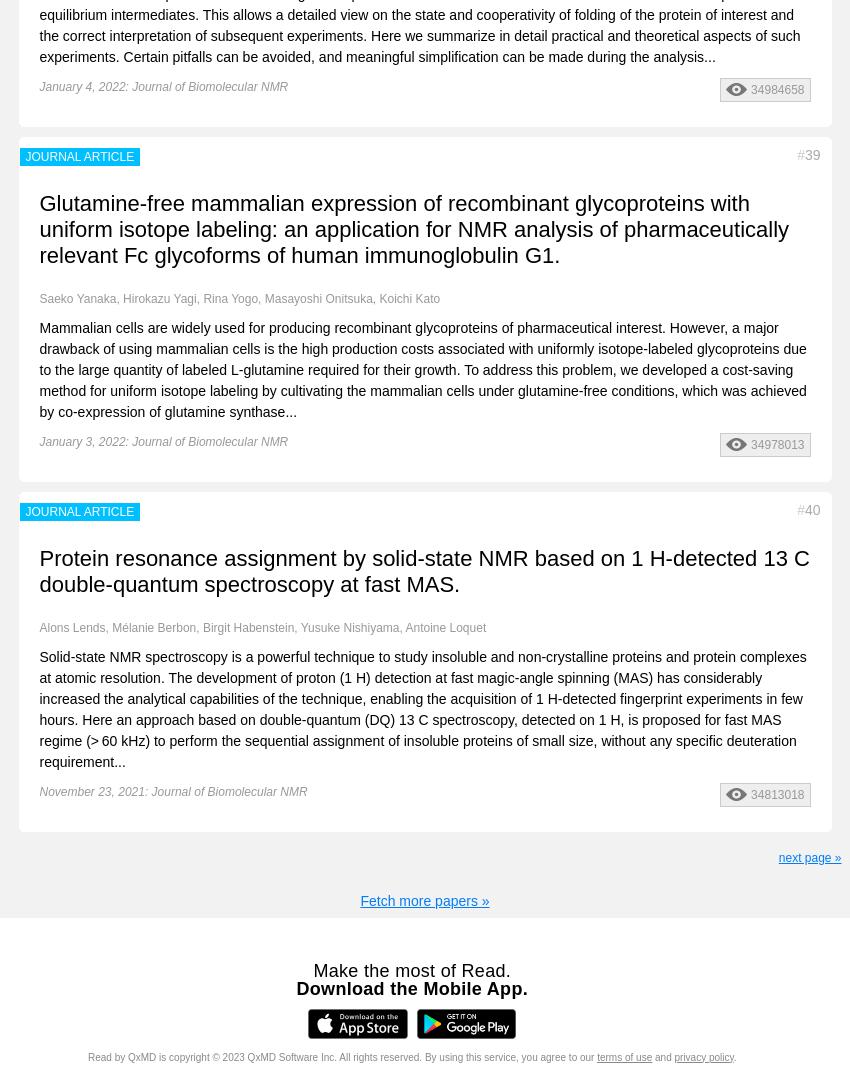  I want to click on 'November 23, 2021: Journal of Biomolecular NMR', so click(171, 790).